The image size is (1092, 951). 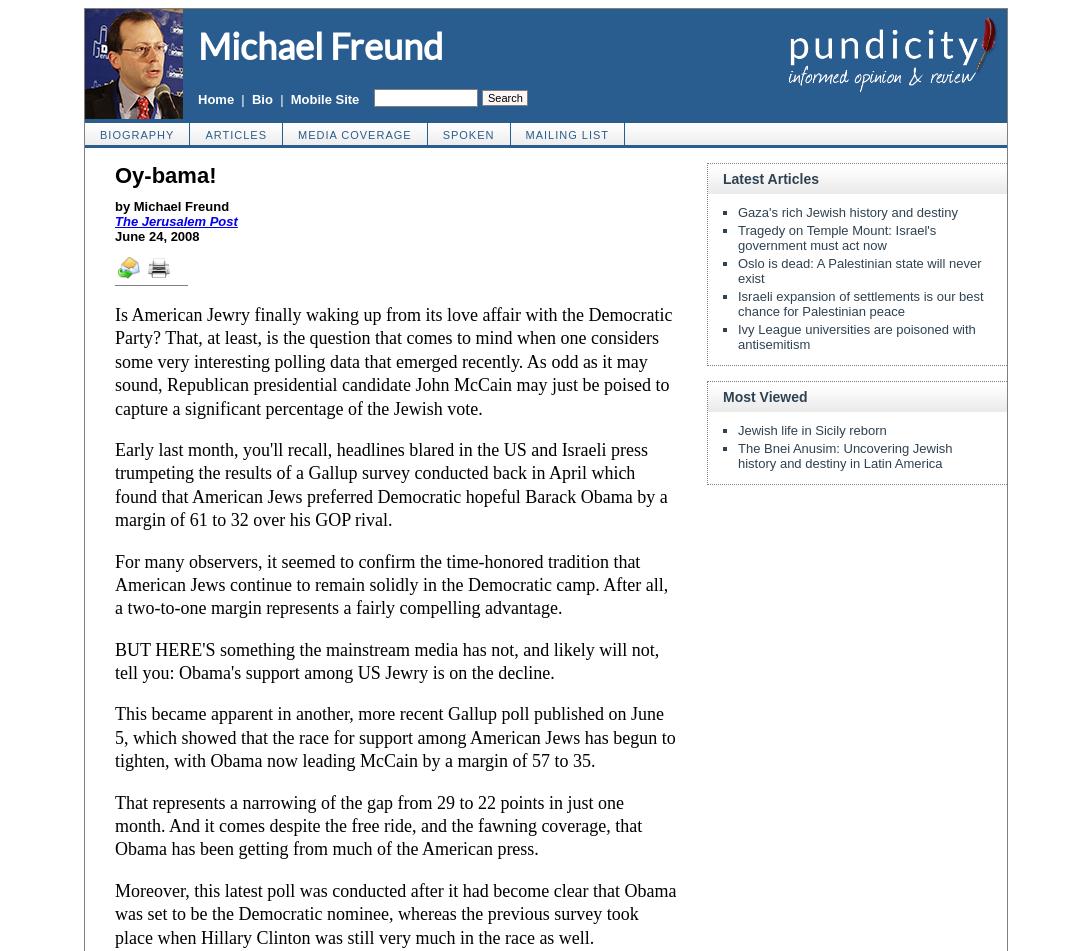 I want to click on 'Latest Articles', so click(x=723, y=178).